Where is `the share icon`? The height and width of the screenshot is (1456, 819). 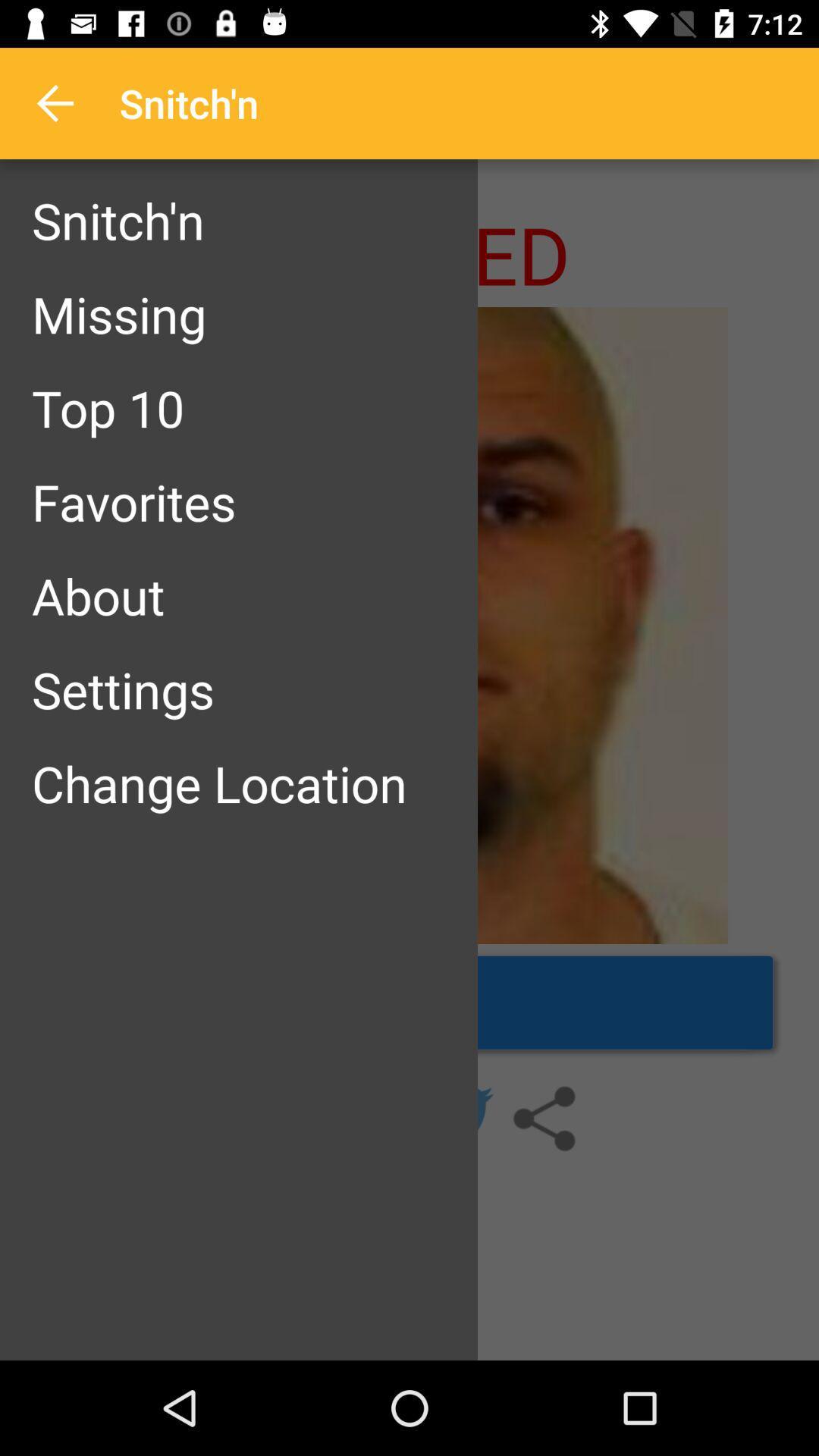
the share icon is located at coordinates (543, 1119).